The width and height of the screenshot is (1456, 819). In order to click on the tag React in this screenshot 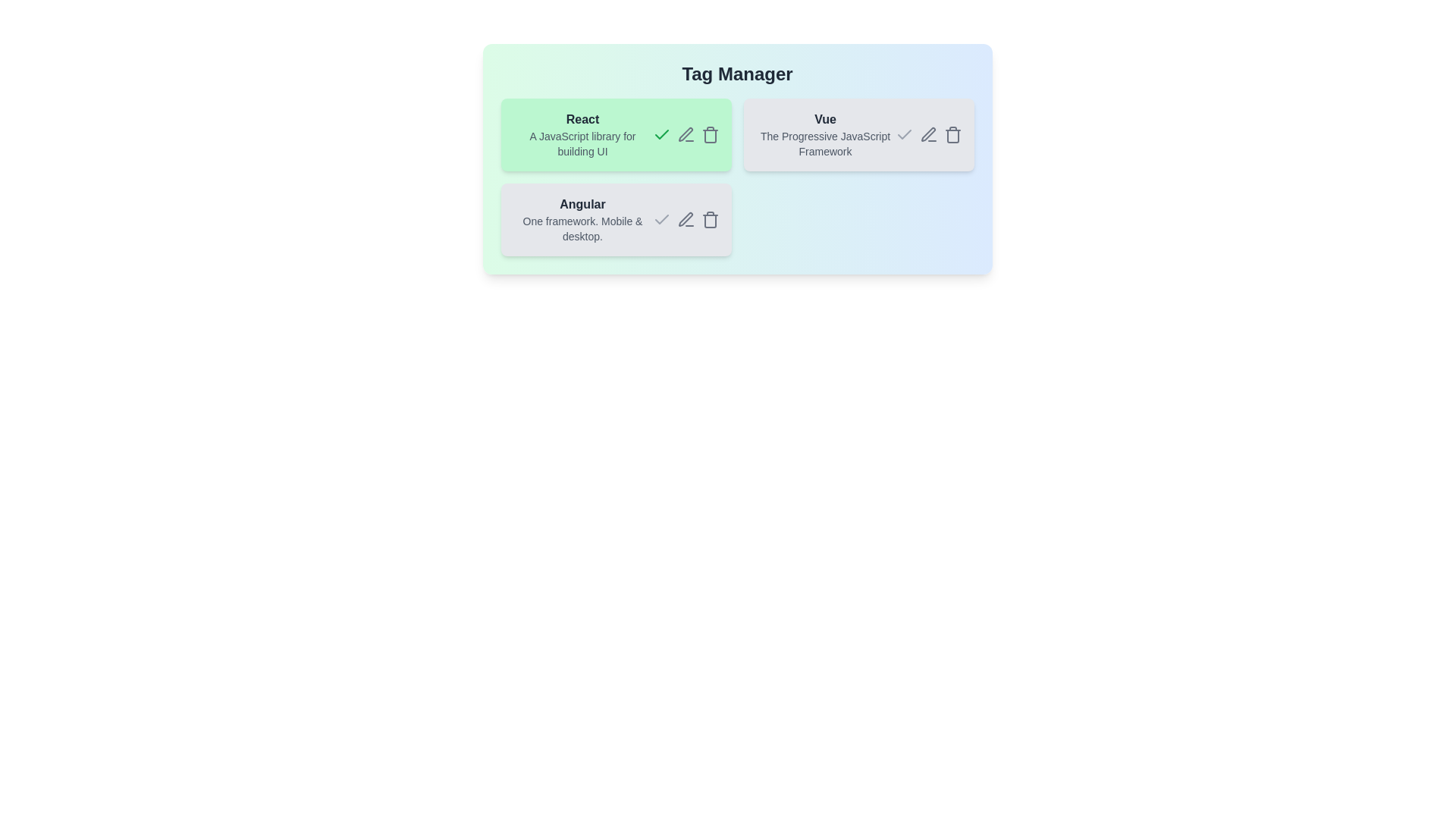, I will do `click(616, 133)`.